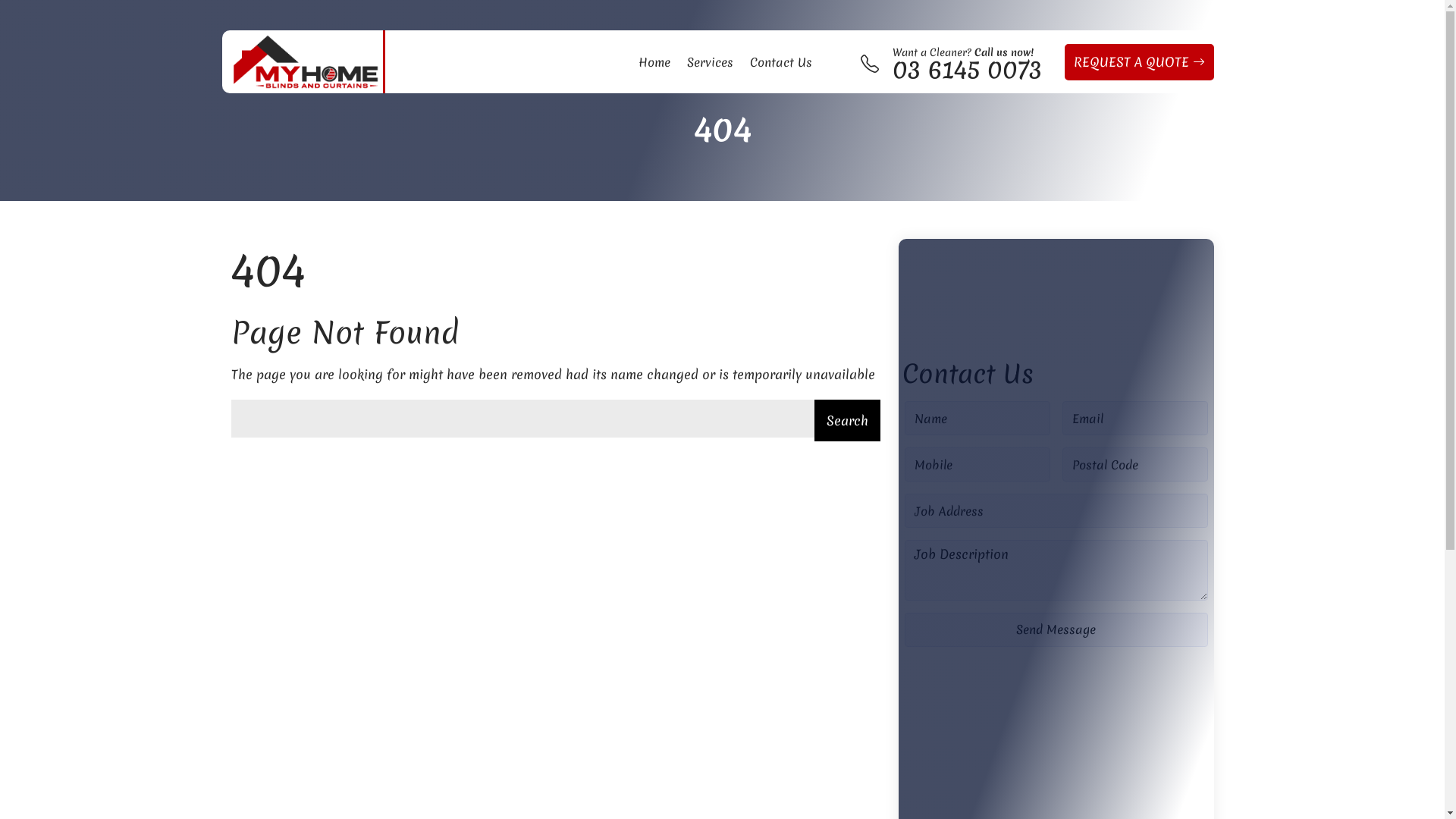 The width and height of the screenshot is (1456, 819). I want to click on 'Send Message', so click(903, 629).